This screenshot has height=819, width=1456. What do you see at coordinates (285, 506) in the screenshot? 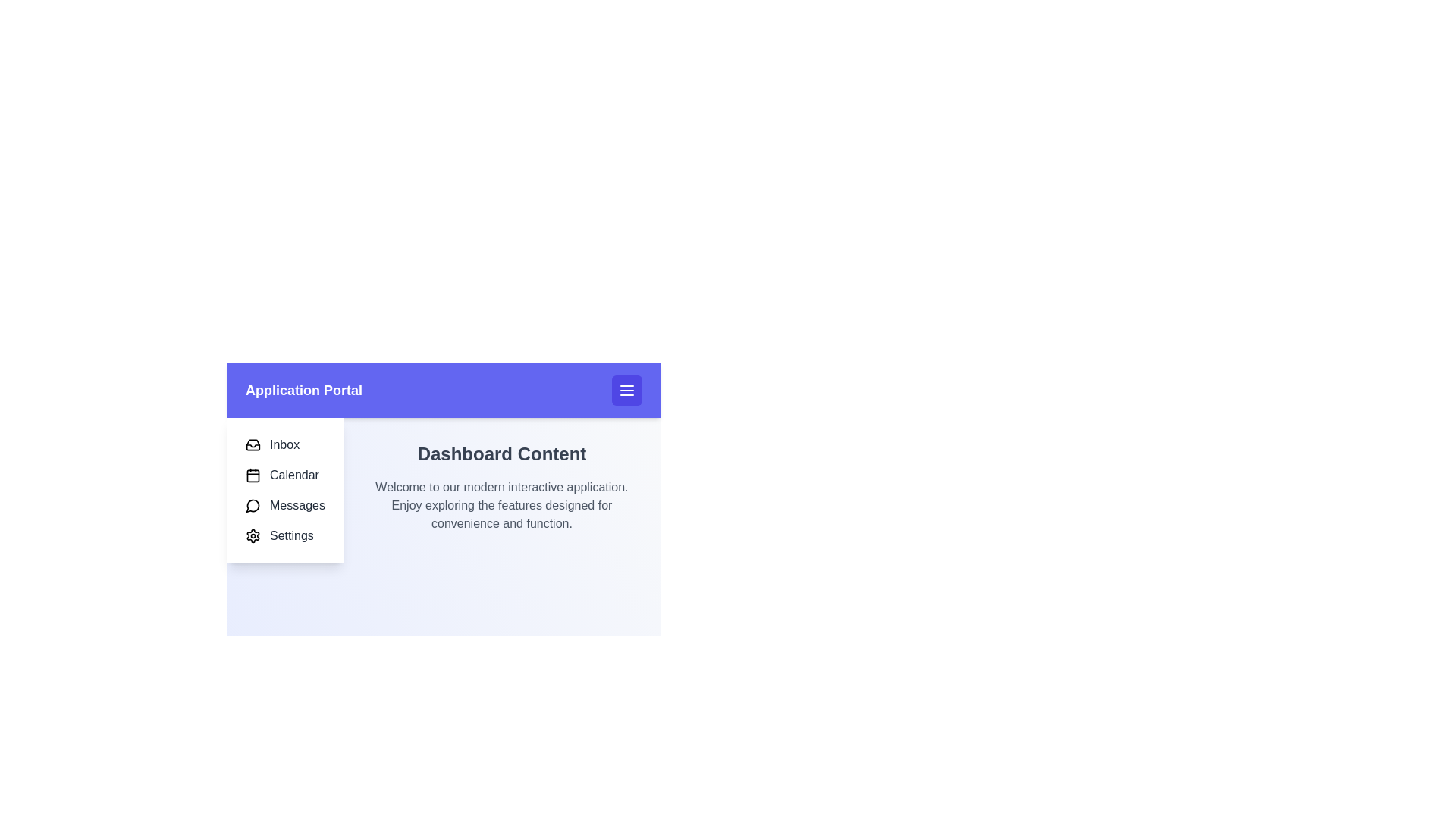
I see `the 'Messages' menu item, which is the third item in the vertical list of the navigational sidebar, positioned between 'Calendar' and 'Settings'` at bounding box center [285, 506].